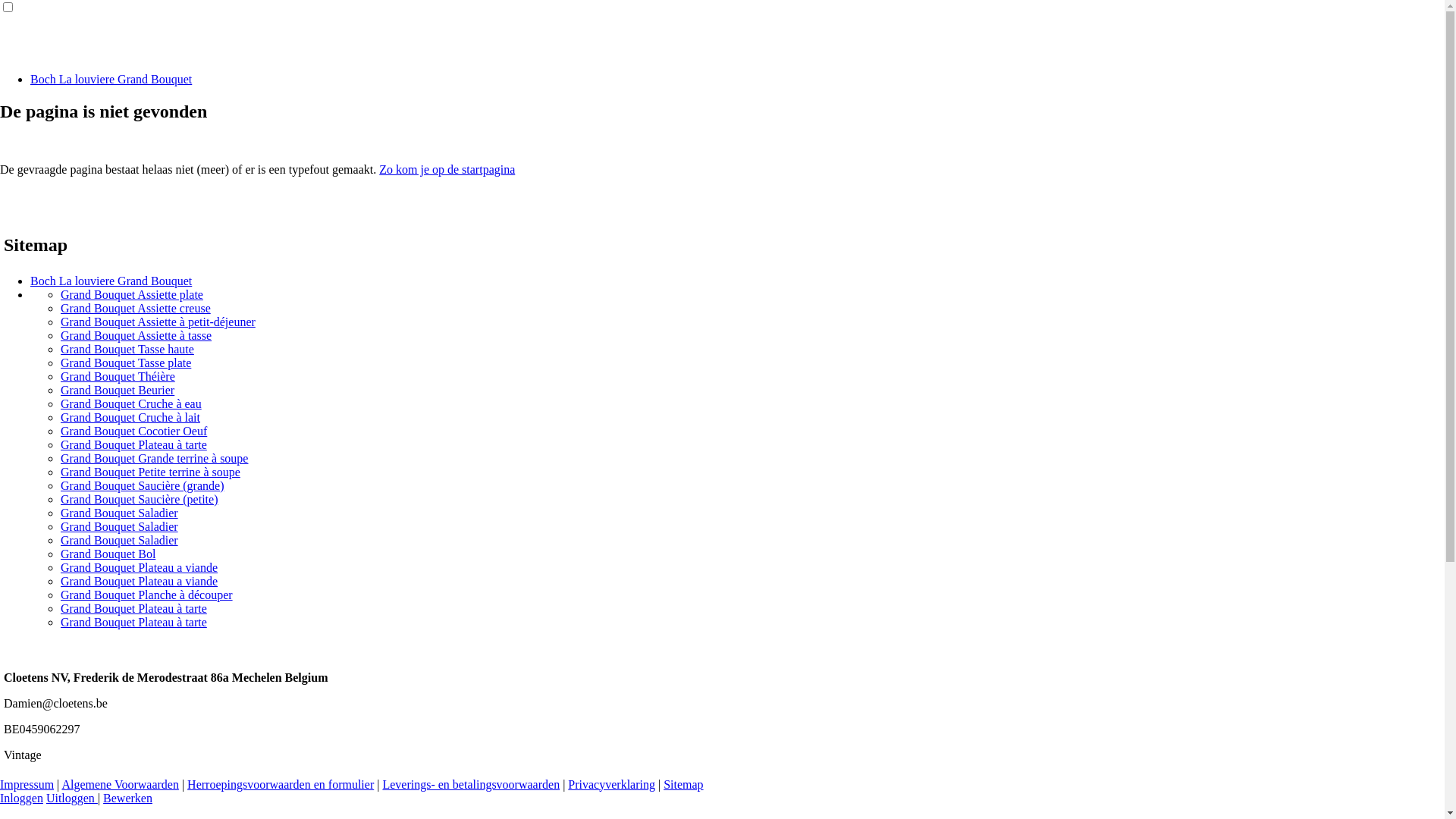 The height and width of the screenshot is (819, 1456). What do you see at coordinates (61, 349) in the screenshot?
I see `'Grand Bouquet Tasse haute'` at bounding box center [61, 349].